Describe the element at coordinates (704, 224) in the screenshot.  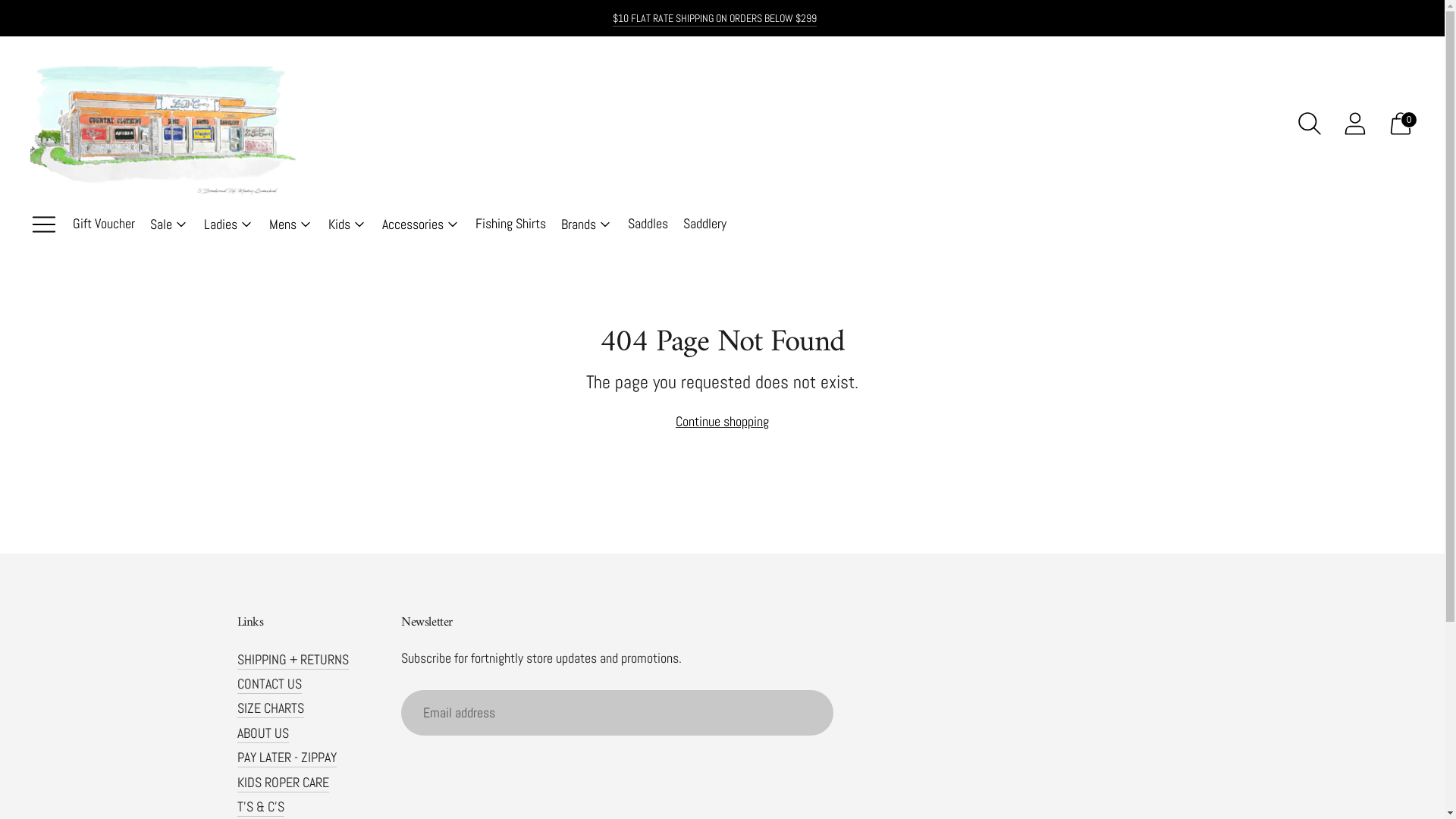
I see `'Saddlery'` at that location.